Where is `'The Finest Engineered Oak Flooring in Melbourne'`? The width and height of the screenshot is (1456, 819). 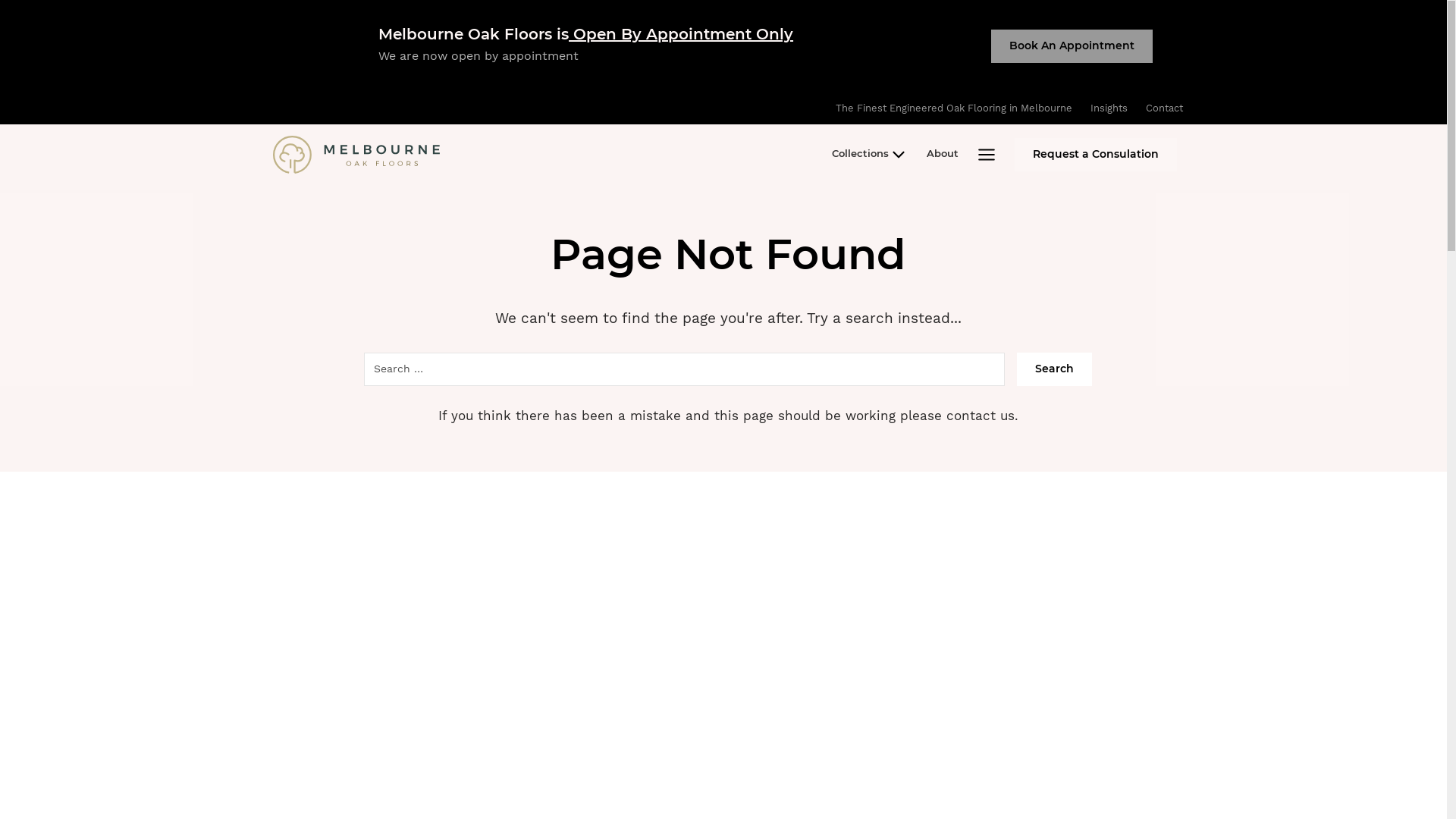
'The Finest Engineered Oak Flooring in Melbourne' is located at coordinates (952, 107).